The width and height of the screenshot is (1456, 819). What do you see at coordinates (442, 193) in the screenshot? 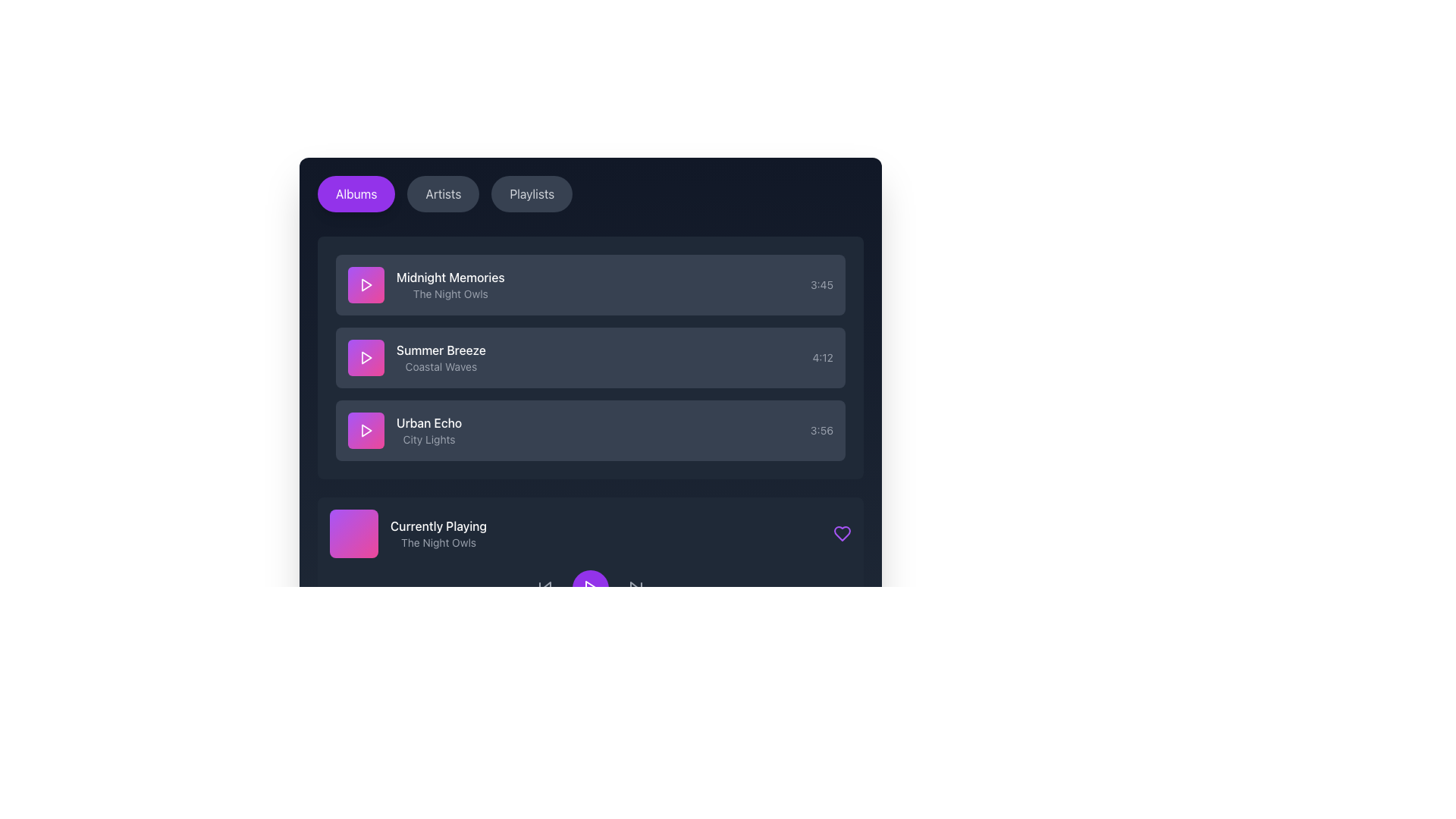
I see `the 'Artists' button in the navigation bar` at bounding box center [442, 193].